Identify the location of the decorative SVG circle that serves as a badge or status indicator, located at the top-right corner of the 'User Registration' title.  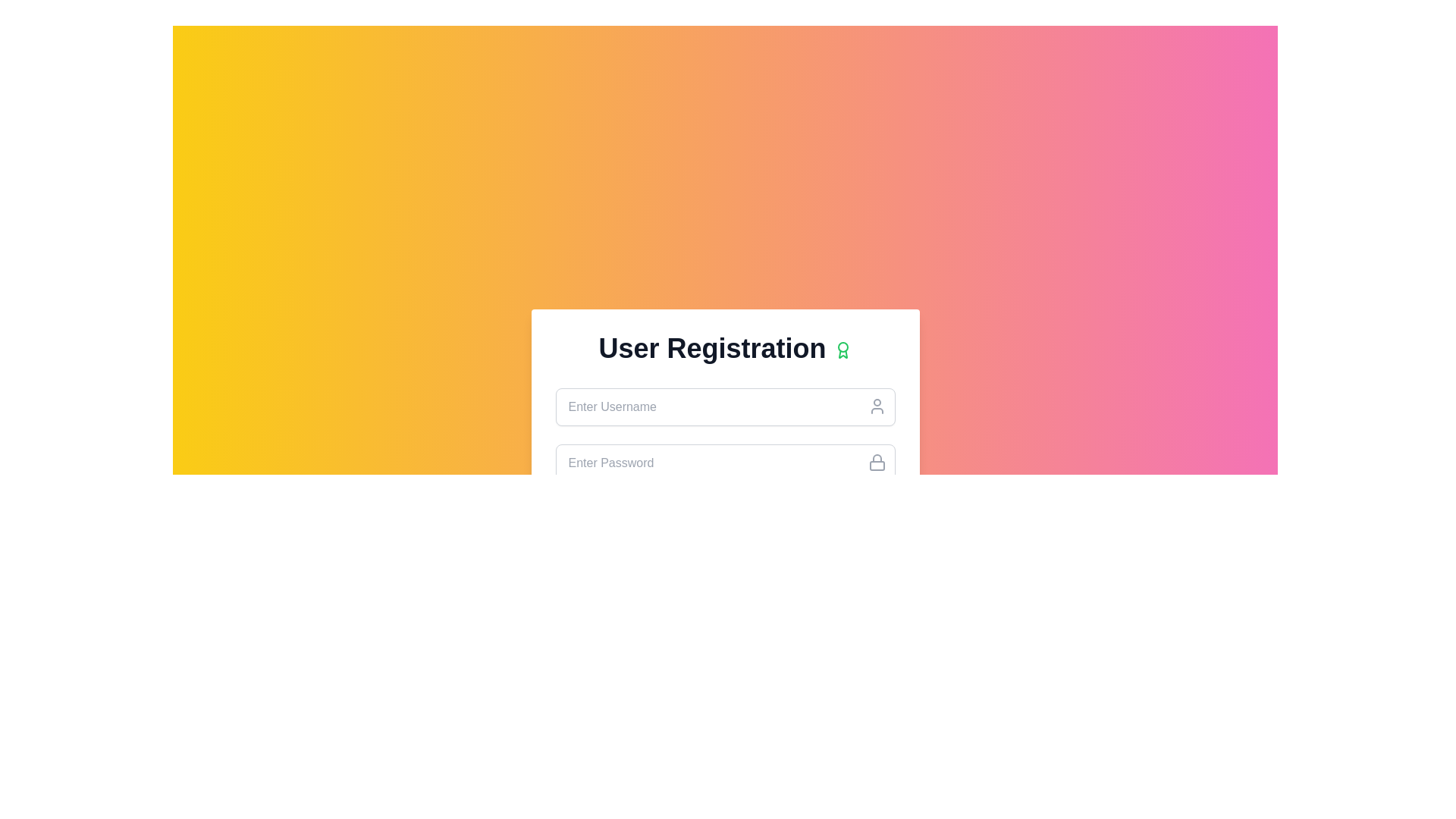
(842, 347).